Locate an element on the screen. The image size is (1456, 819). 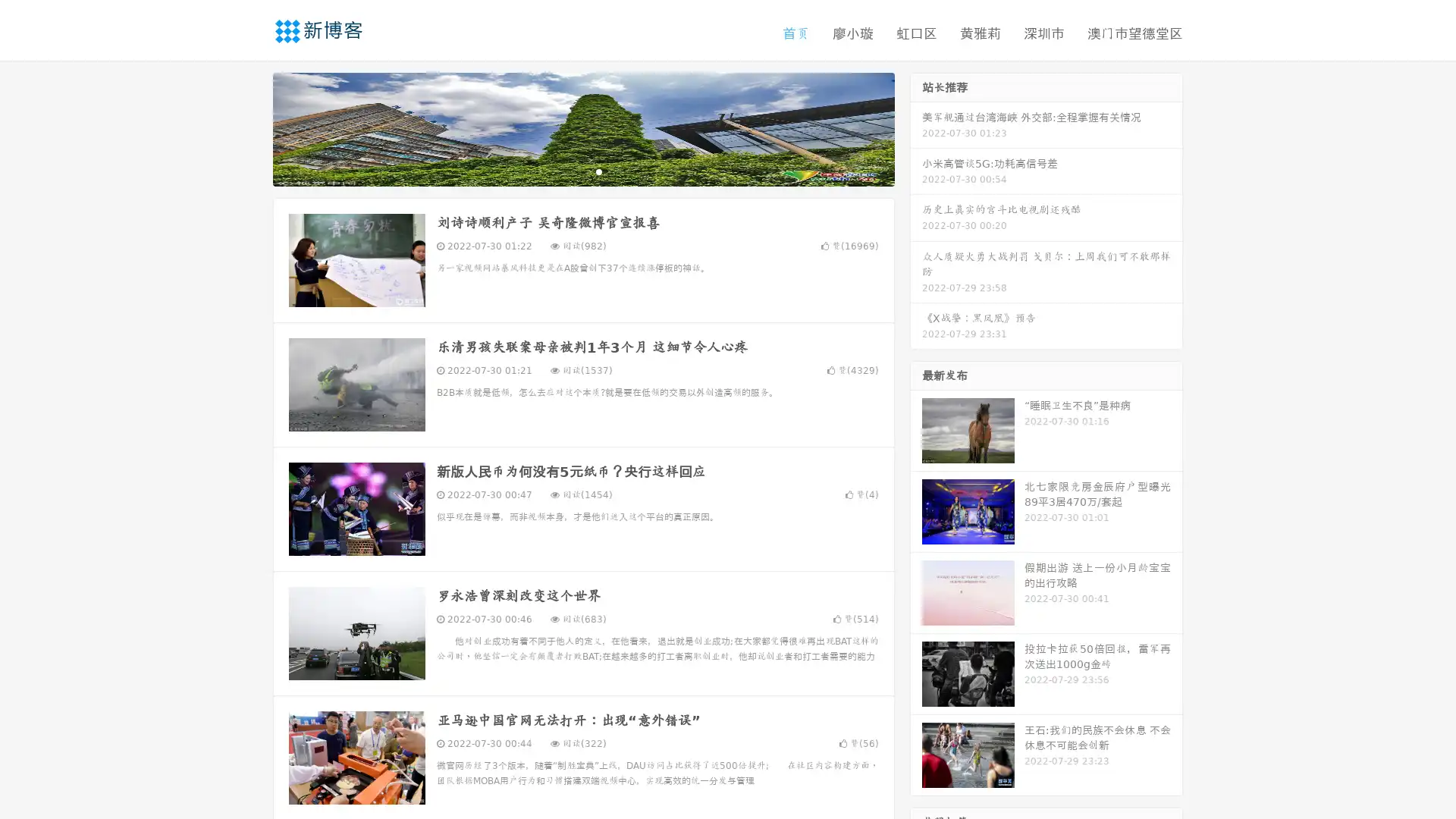
Go to slide 1 is located at coordinates (567, 171).